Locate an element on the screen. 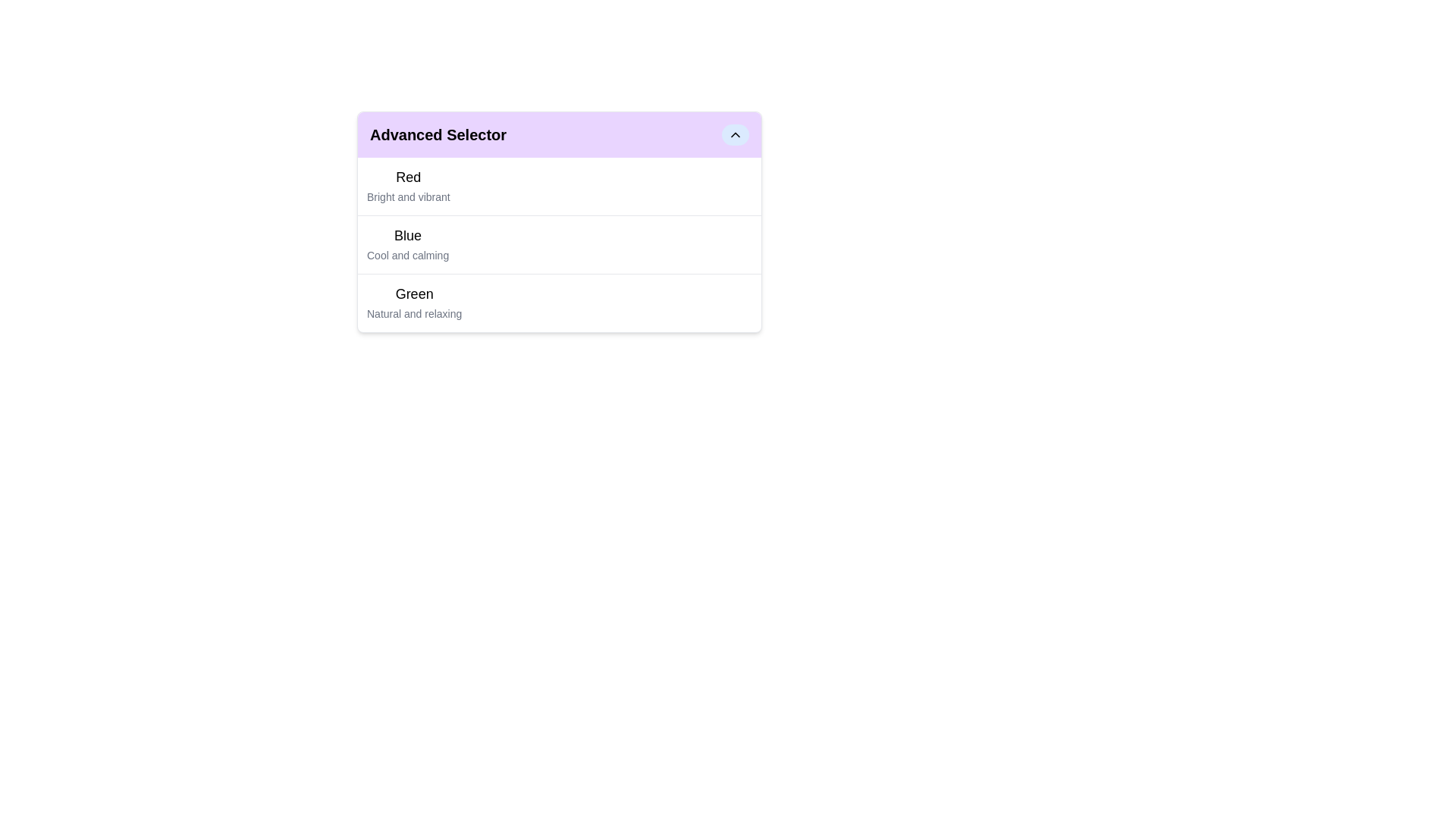 The height and width of the screenshot is (819, 1456). the text label that reads 'Natural and relaxing', styled with a small font and muted gray color, located directly below the title 'Green' in the Advanced Selector component is located at coordinates (414, 312).